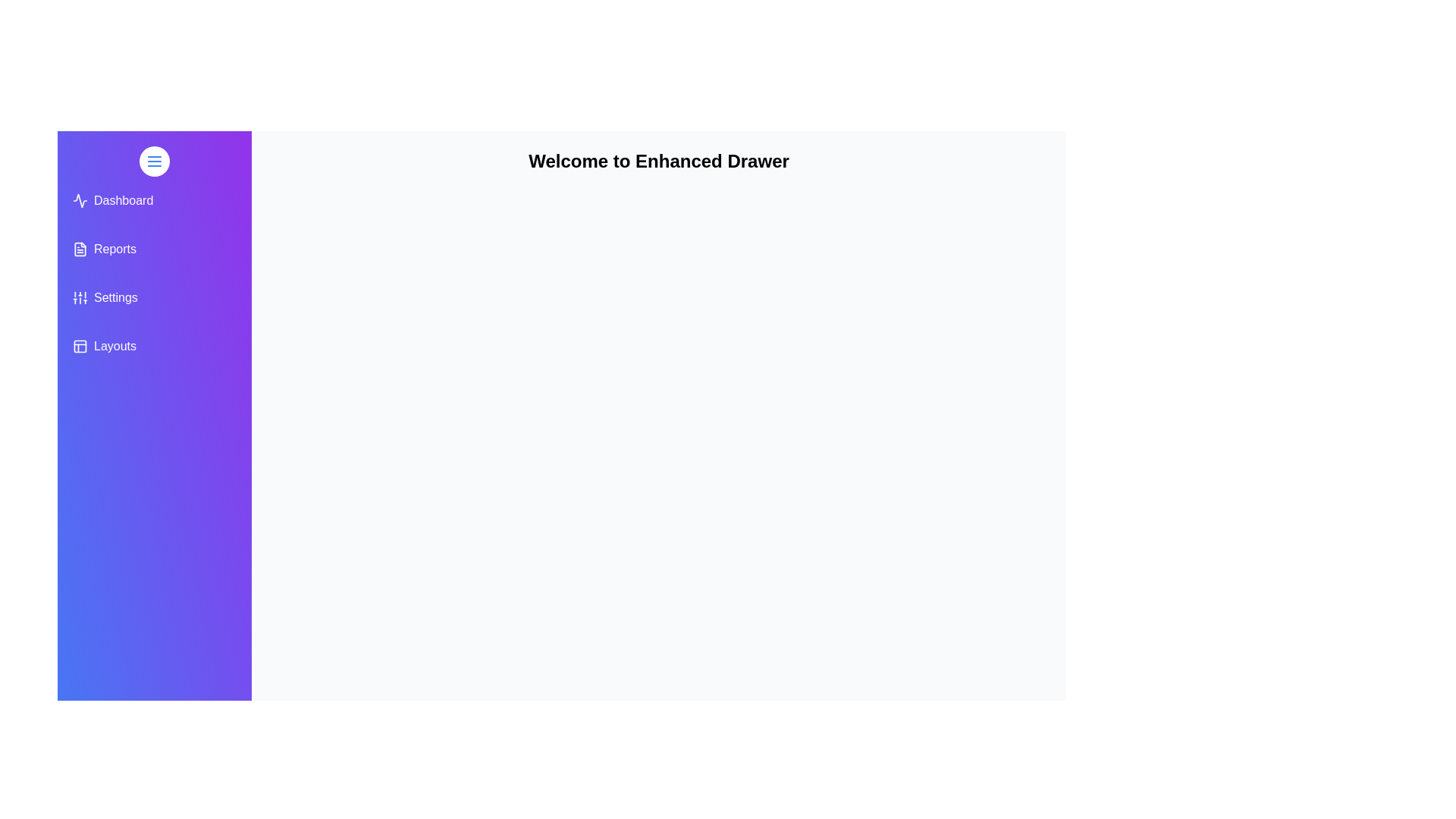 The height and width of the screenshot is (819, 1456). I want to click on the menu item Layouts from the drawer, so click(154, 346).